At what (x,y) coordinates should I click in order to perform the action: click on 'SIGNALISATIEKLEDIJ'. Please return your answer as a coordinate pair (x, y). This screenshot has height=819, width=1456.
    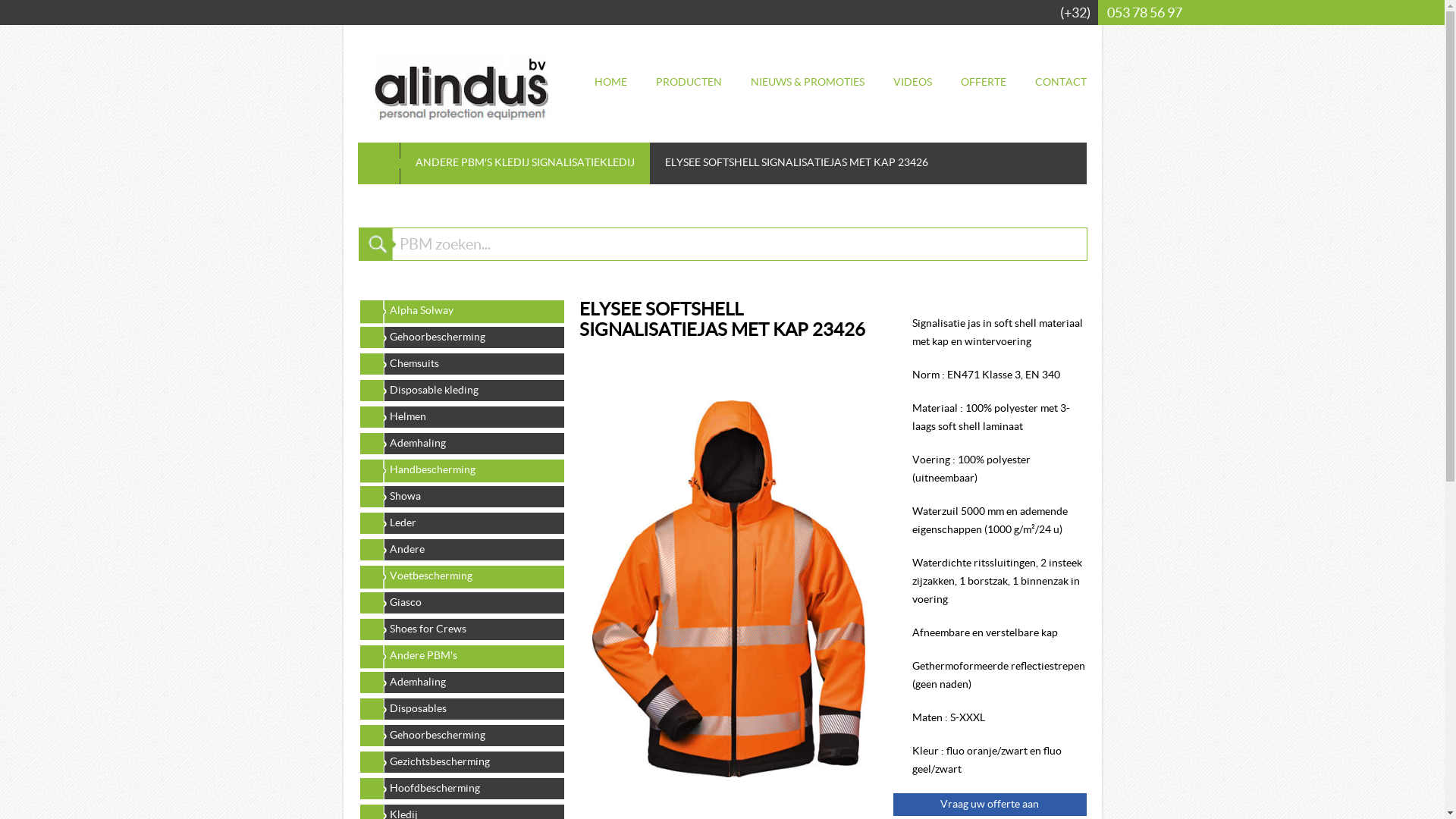
    Looking at the image, I should click on (582, 162).